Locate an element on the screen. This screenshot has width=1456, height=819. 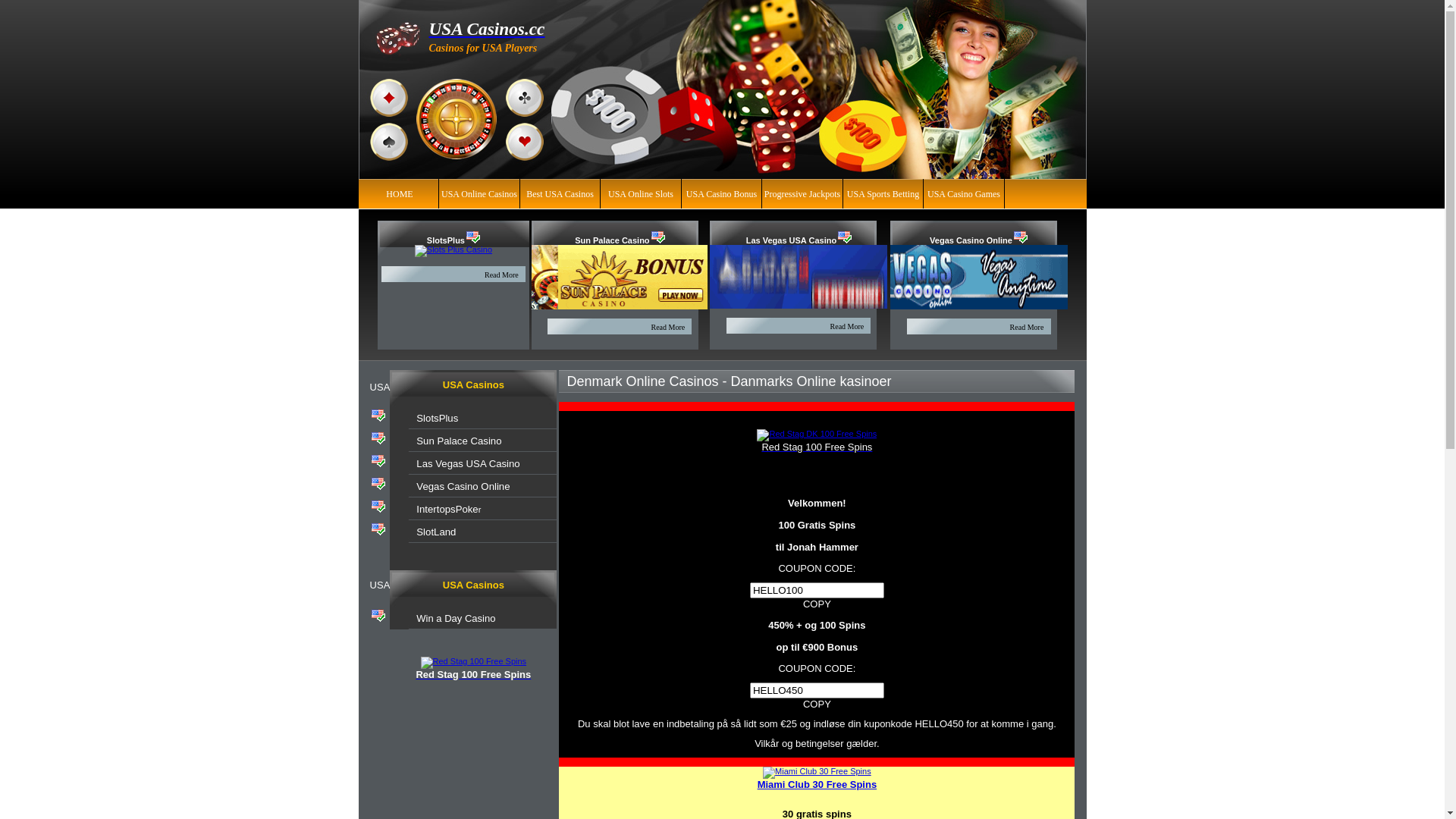
'Las Vegas USA Casino' is located at coordinates (790, 239).